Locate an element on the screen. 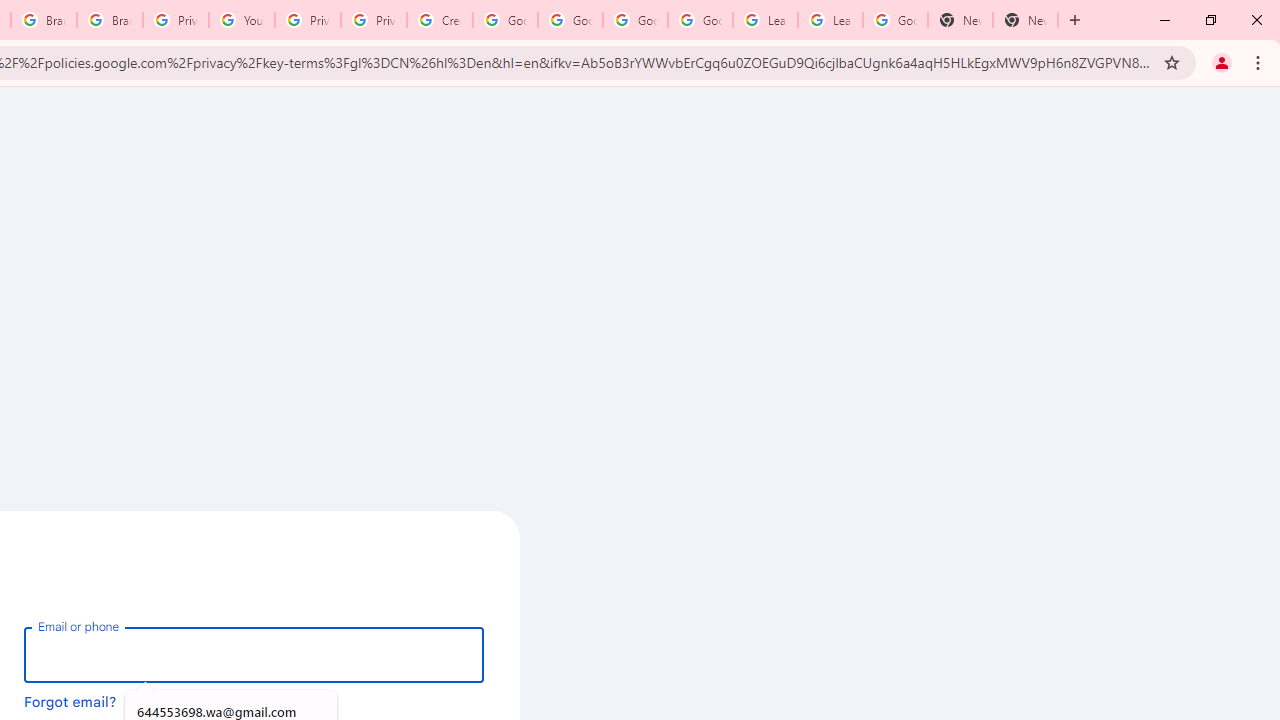 The height and width of the screenshot is (720, 1280). 'Forgot email?' is located at coordinates (70, 700).